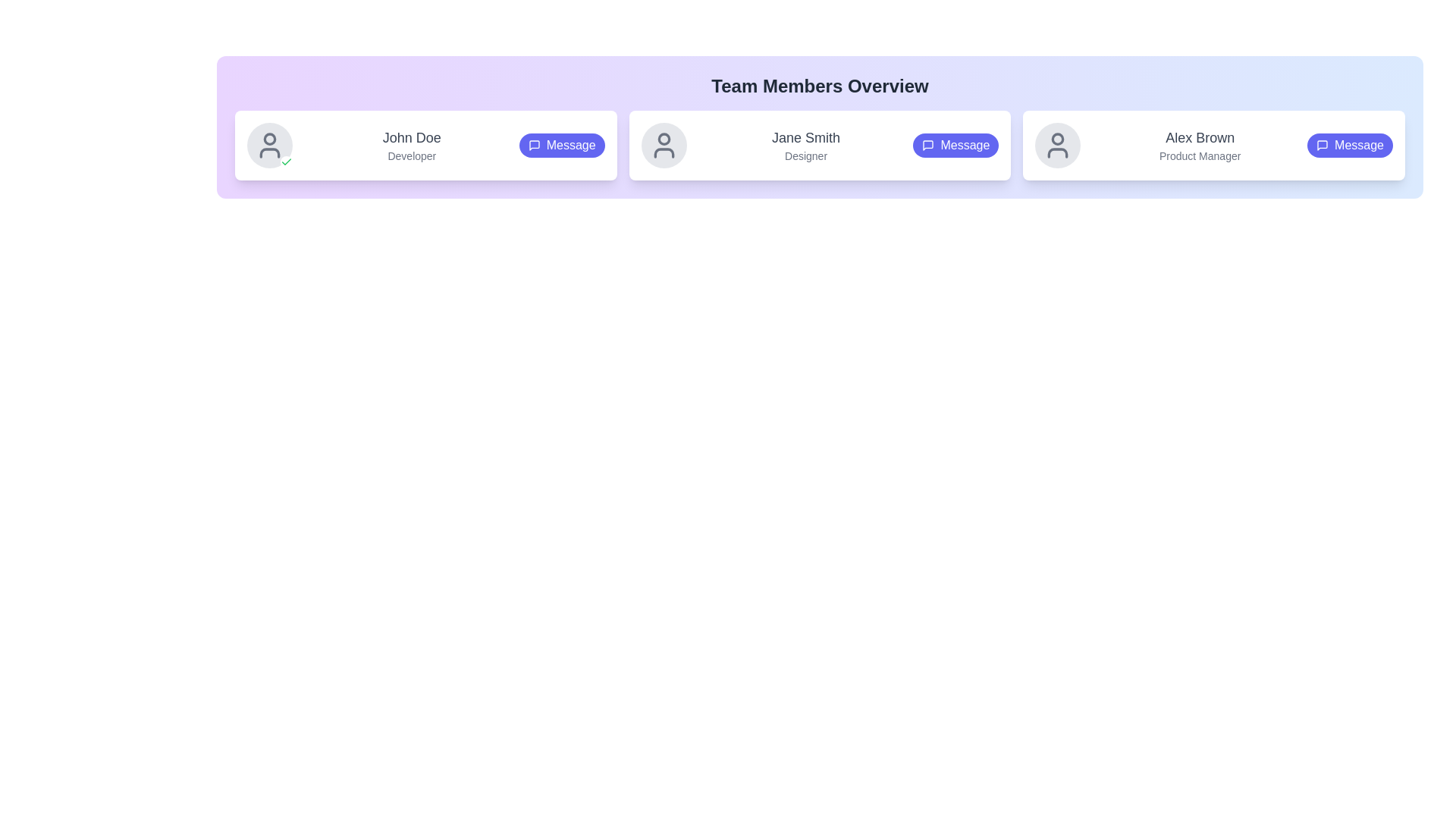 Image resolution: width=1456 pixels, height=819 pixels. Describe the element at coordinates (805, 146) in the screenshot. I see `the Text Display element featuring 'Jane Smith' and 'Designer', which is the second item in the team member cards list positioned horizontally` at that location.